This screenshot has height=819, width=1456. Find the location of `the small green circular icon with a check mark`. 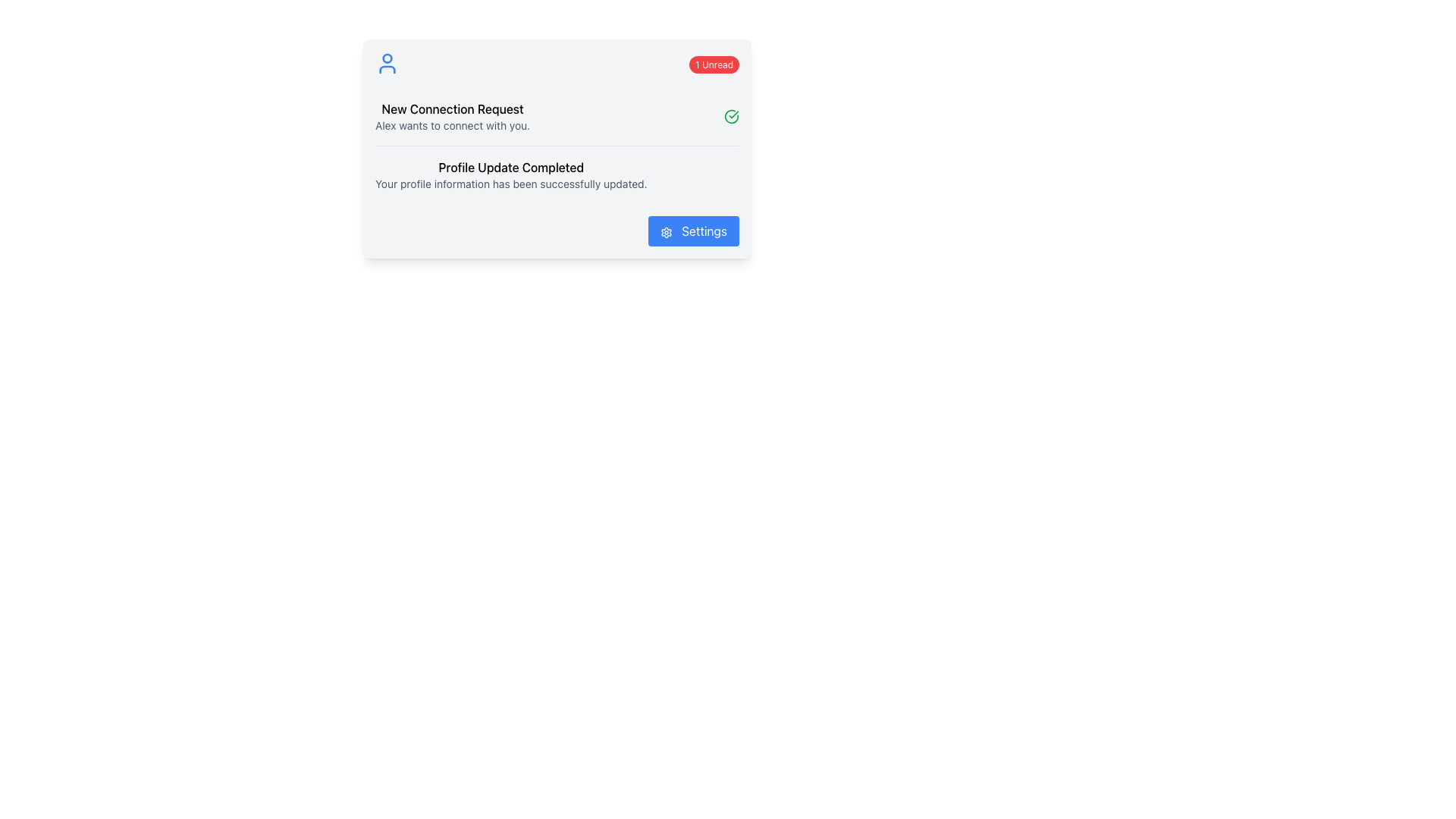

the small green circular icon with a check mark is located at coordinates (731, 116).